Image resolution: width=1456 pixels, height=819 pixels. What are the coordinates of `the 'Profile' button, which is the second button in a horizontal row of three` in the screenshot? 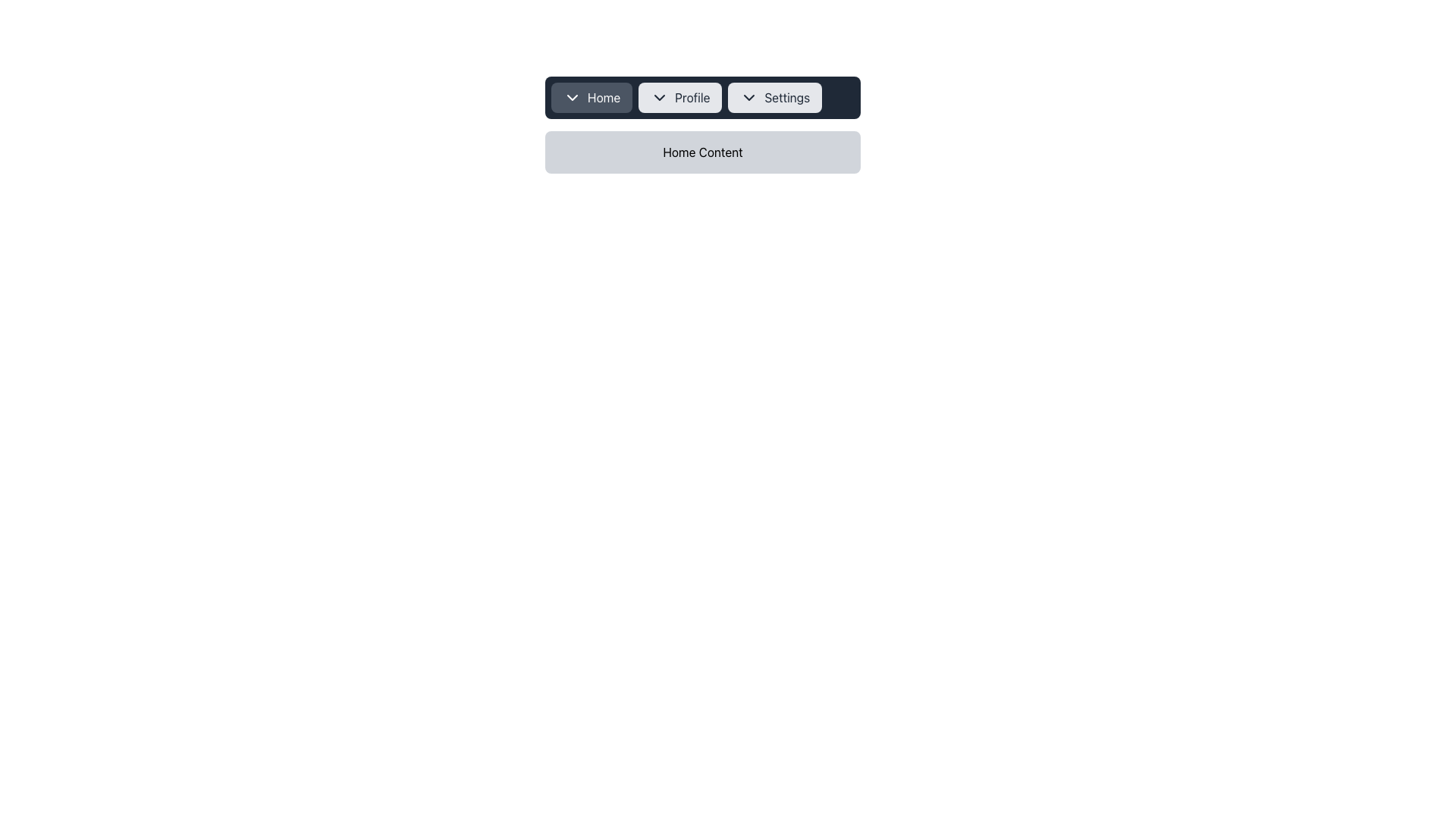 It's located at (679, 97).